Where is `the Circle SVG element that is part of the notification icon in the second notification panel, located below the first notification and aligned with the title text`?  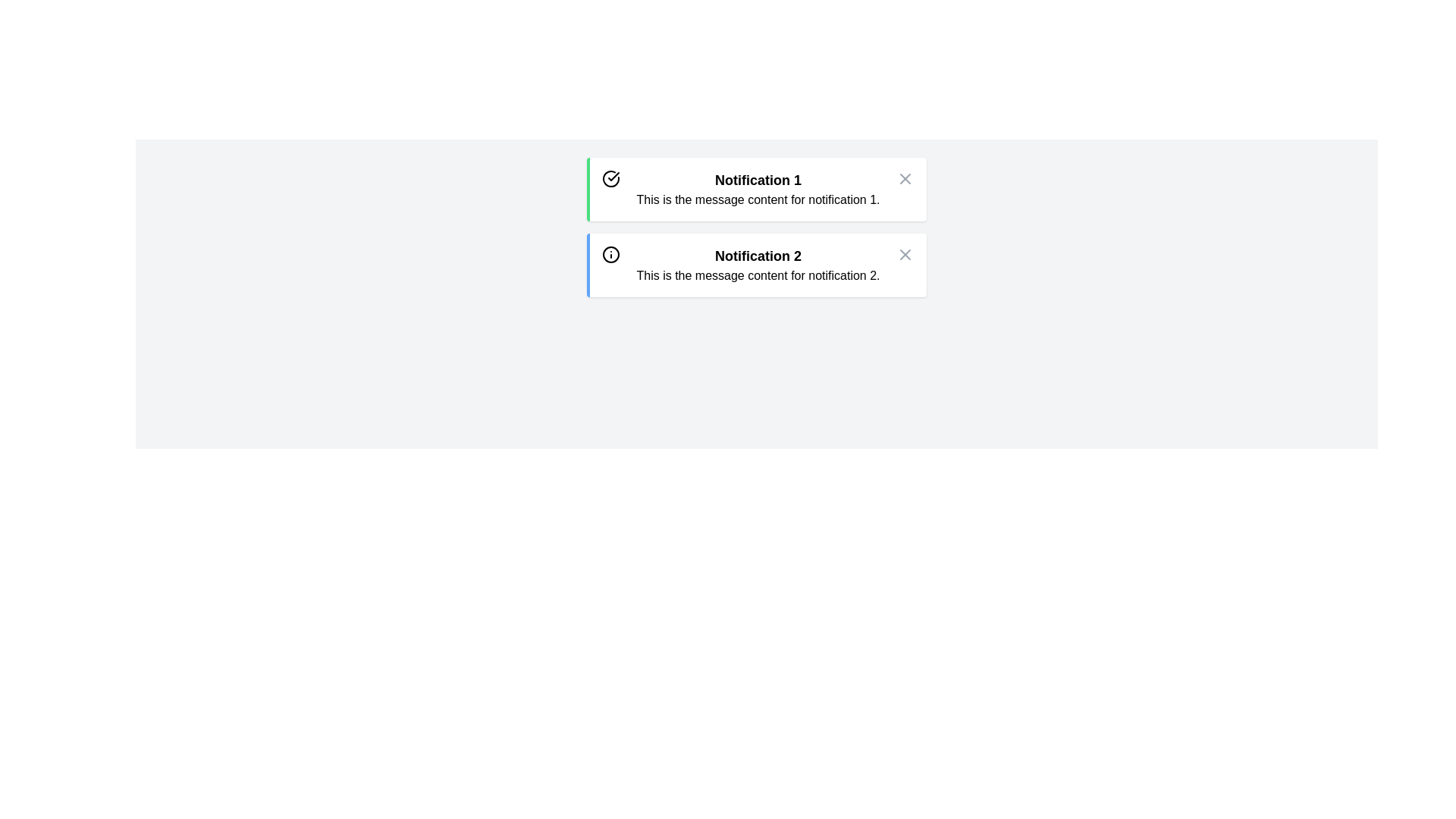 the Circle SVG element that is part of the notification icon in the second notification panel, located below the first notification and aligned with the title text is located at coordinates (611, 253).